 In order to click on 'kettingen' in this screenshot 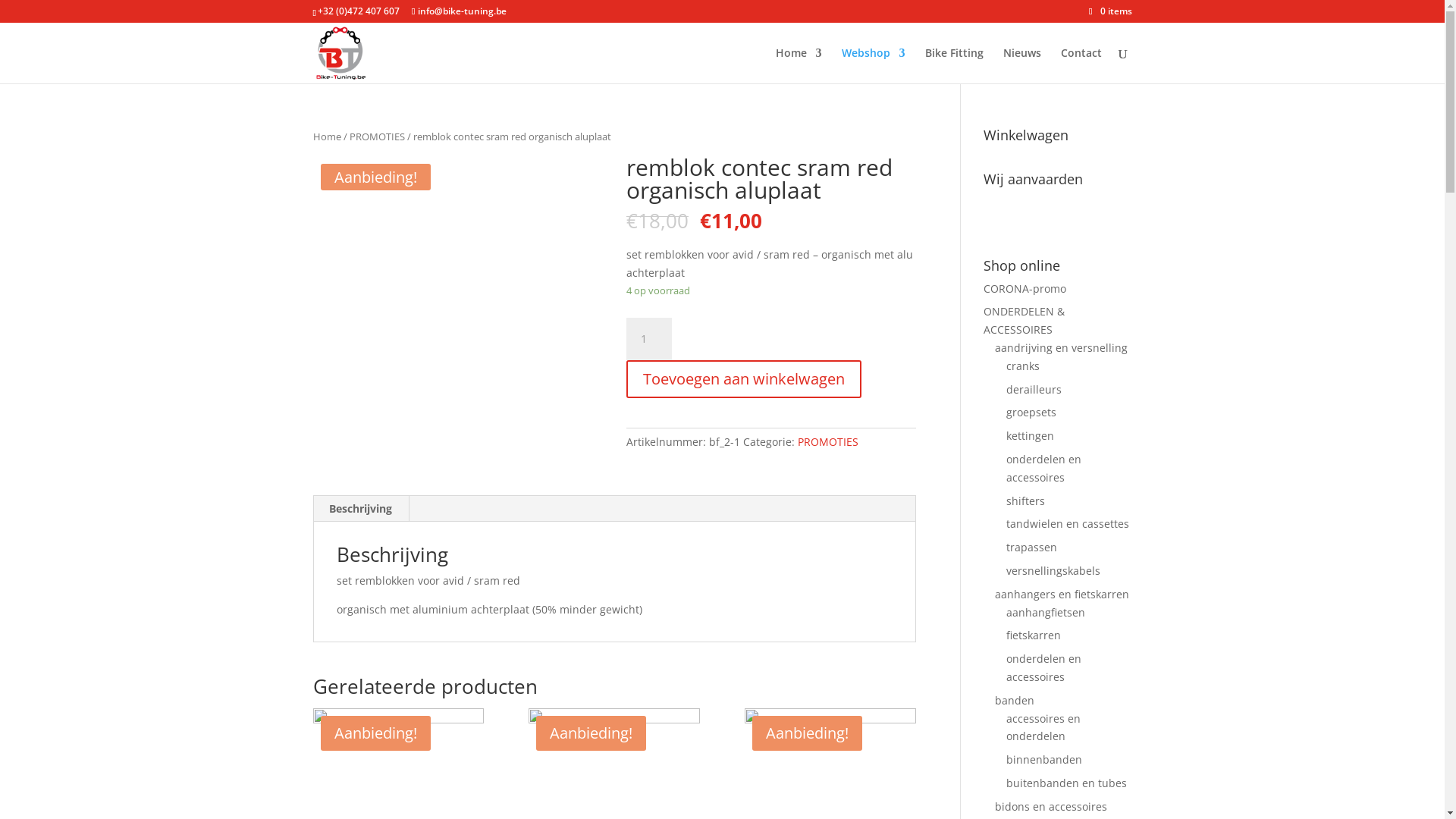, I will do `click(1030, 435)`.